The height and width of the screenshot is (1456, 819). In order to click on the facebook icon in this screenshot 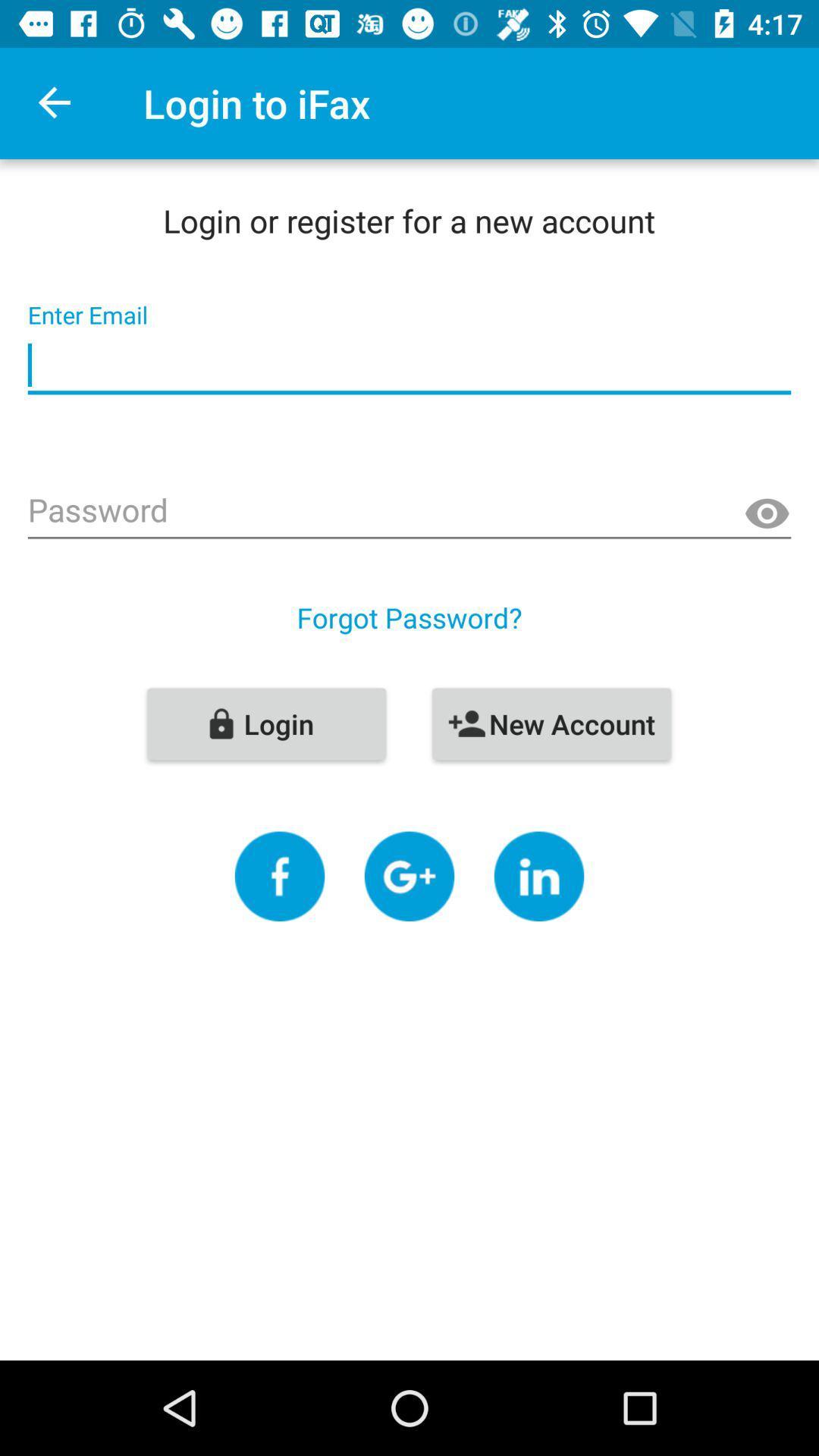, I will do `click(280, 876)`.